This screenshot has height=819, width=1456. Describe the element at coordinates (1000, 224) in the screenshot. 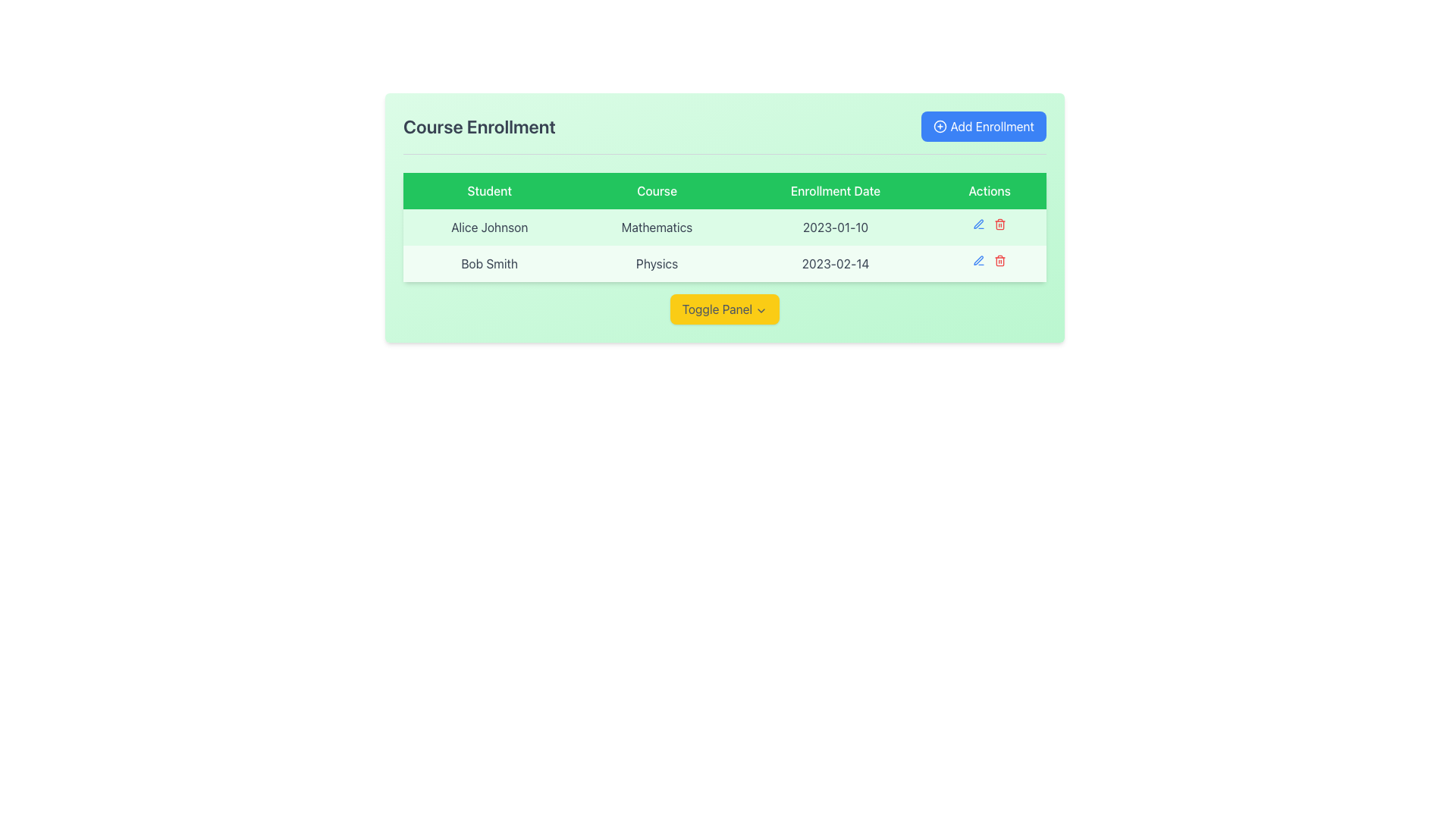

I see `the delete button in the 'Actions' column of the first row under the 'Course Enrollment' section` at that location.